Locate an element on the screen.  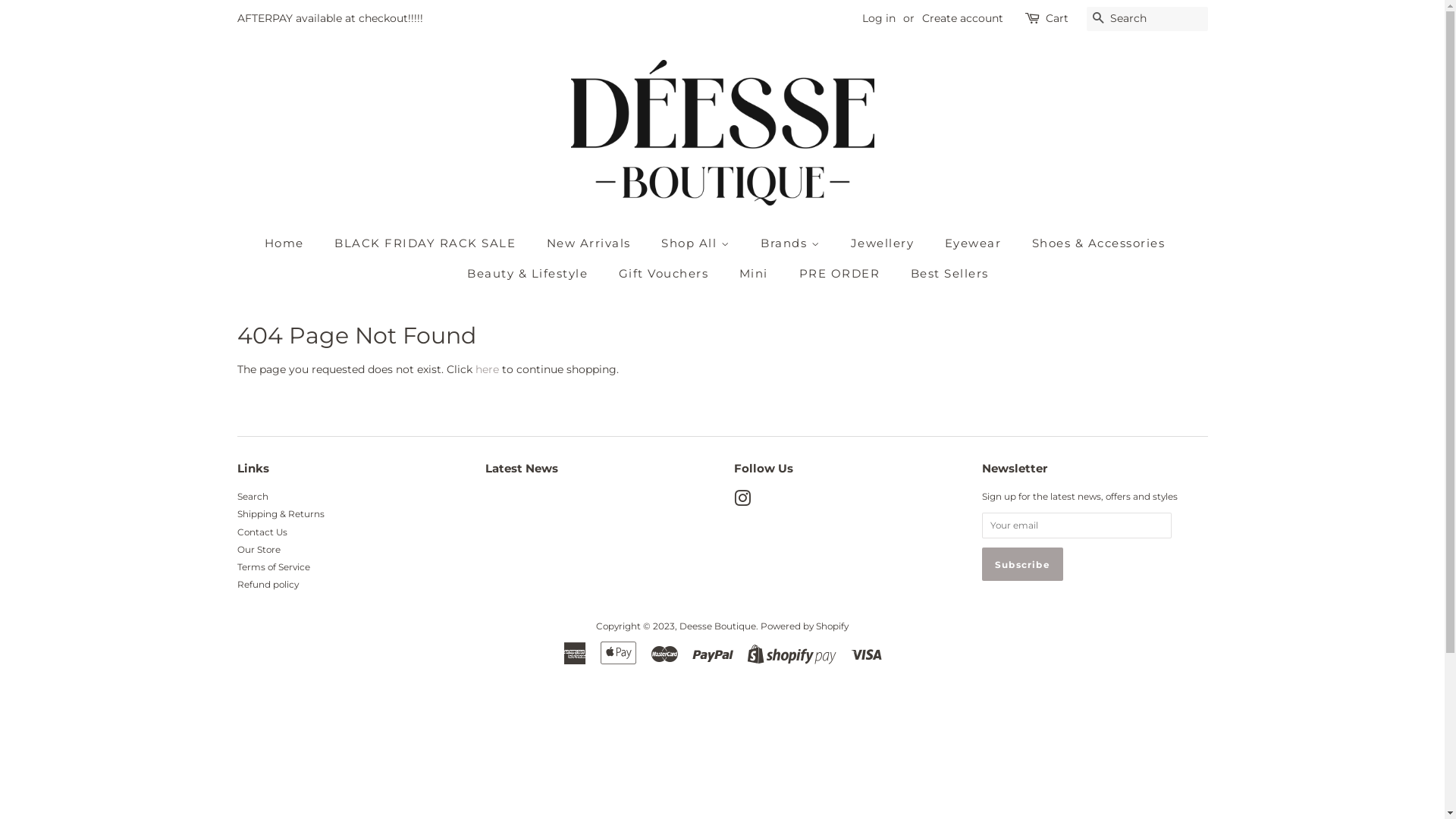
'Home' is located at coordinates (291, 242).